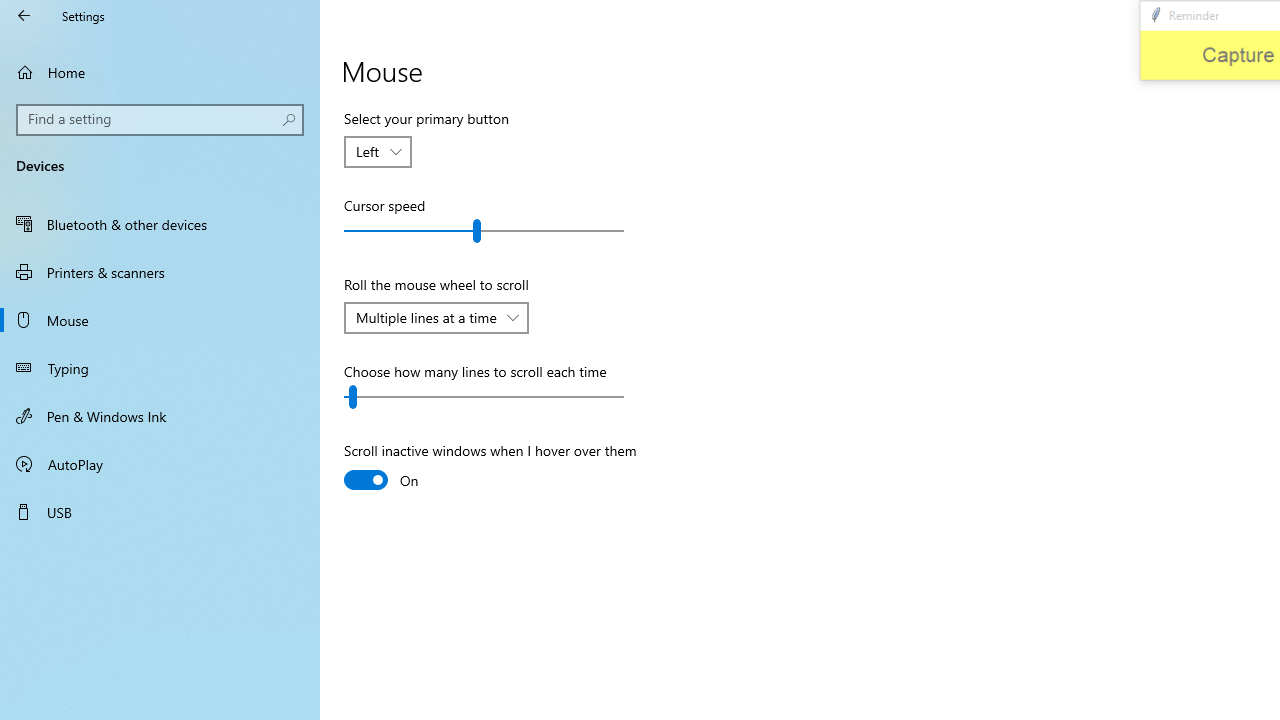 Image resolution: width=1280 pixels, height=720 pixels. I want to click on 'Cursor speed', so click(484, 230).